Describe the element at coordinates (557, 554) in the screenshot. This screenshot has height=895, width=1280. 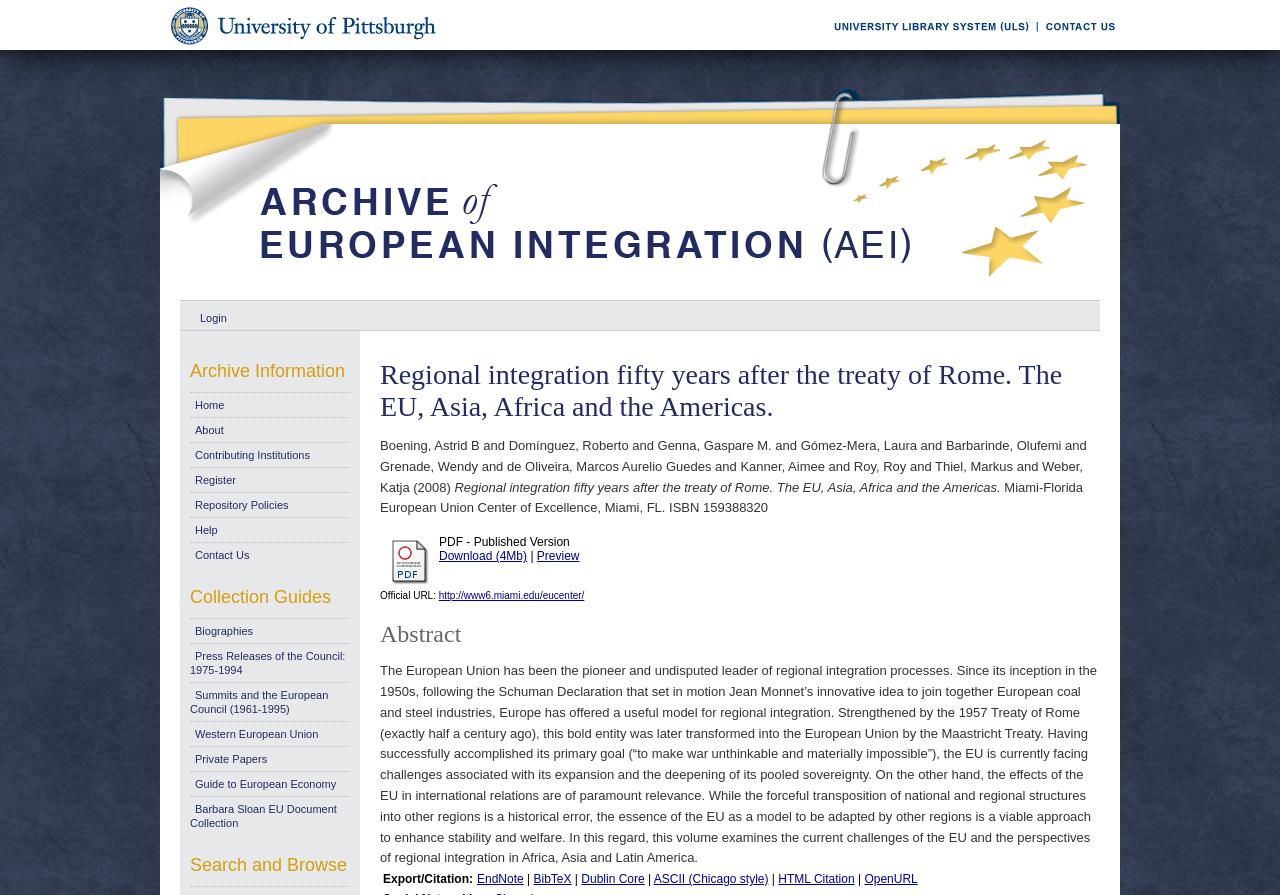
I see `'Preview'` at that location.